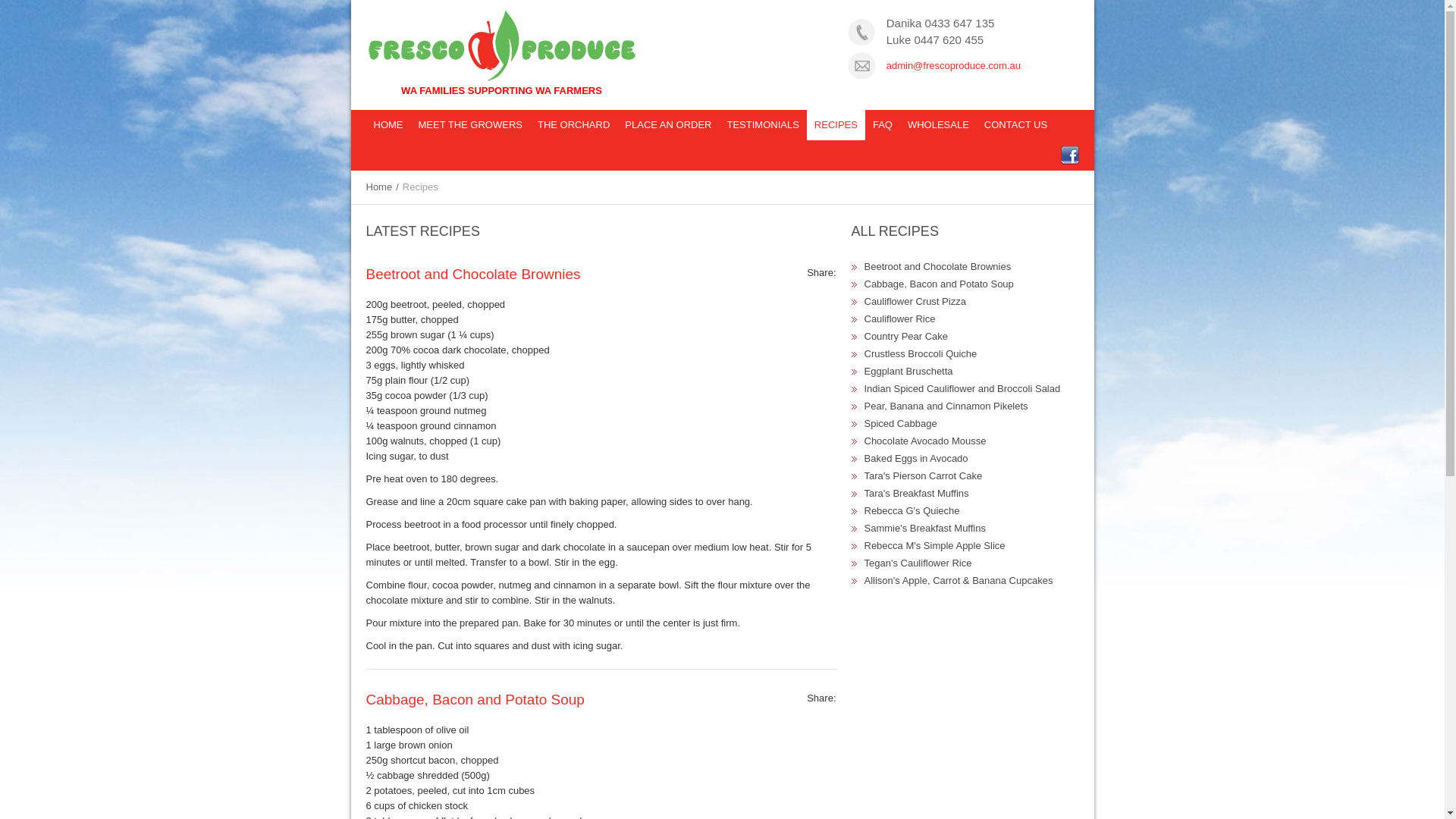  I want to click on 'RECIPES', so click(835, 124).